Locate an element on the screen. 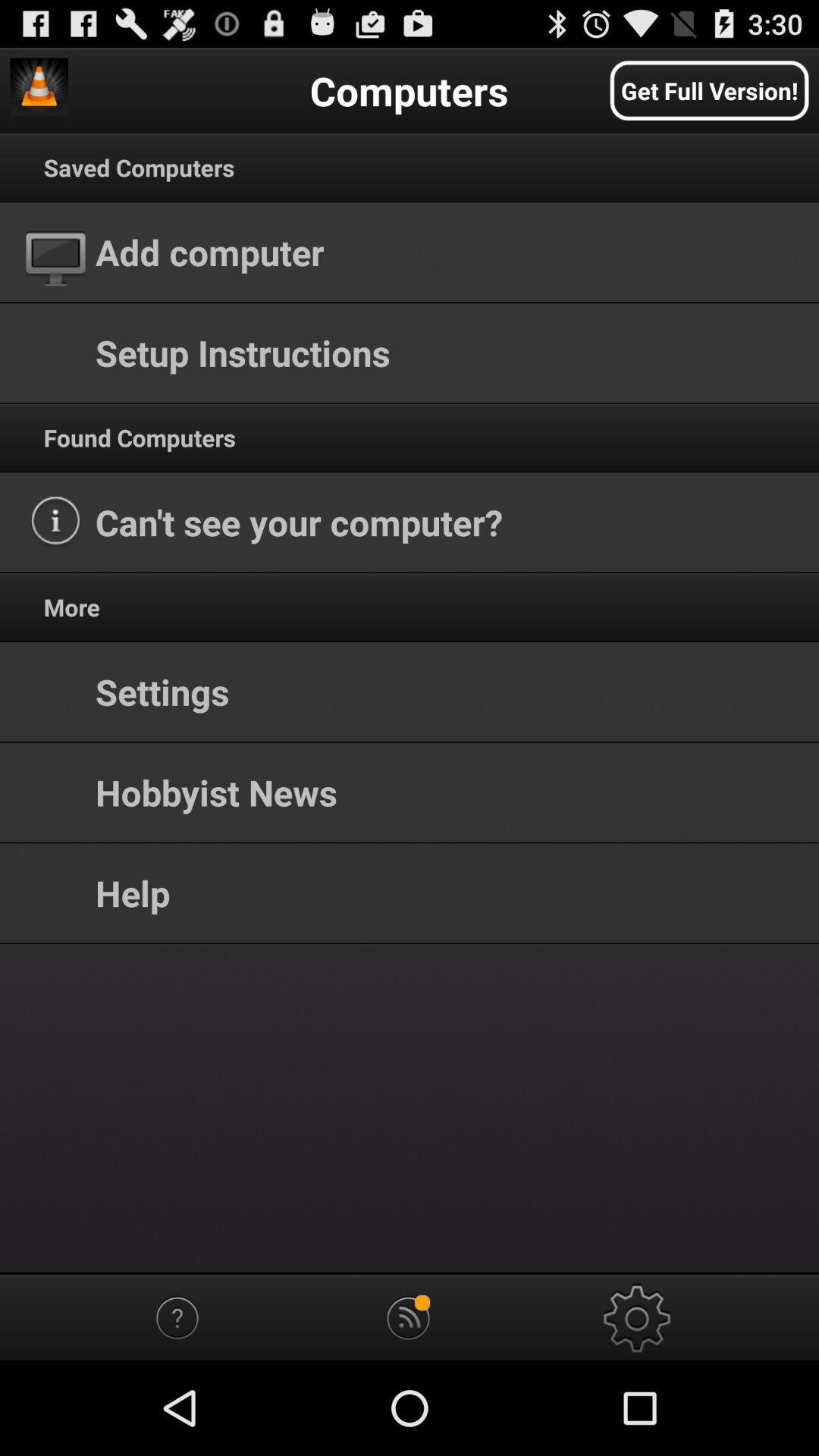 The width and height of the screenshot is (819, 1456). the help icon is located at coordinates (179, 1409).